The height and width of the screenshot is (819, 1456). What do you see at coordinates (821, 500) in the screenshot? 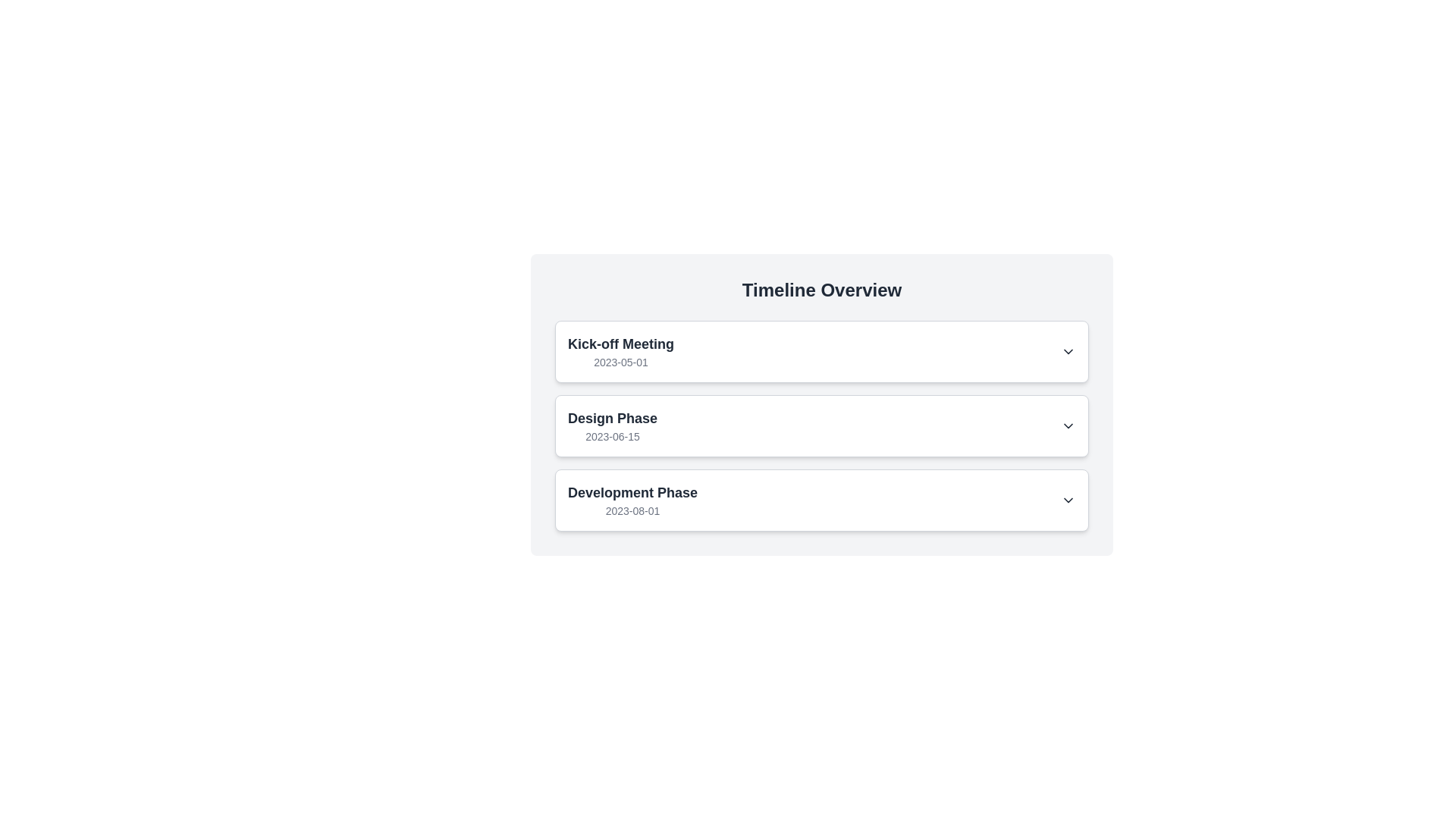
I see `the 'Development Phase' dropdown item, which contains the text and an icon` at bounding box center [821, 500].